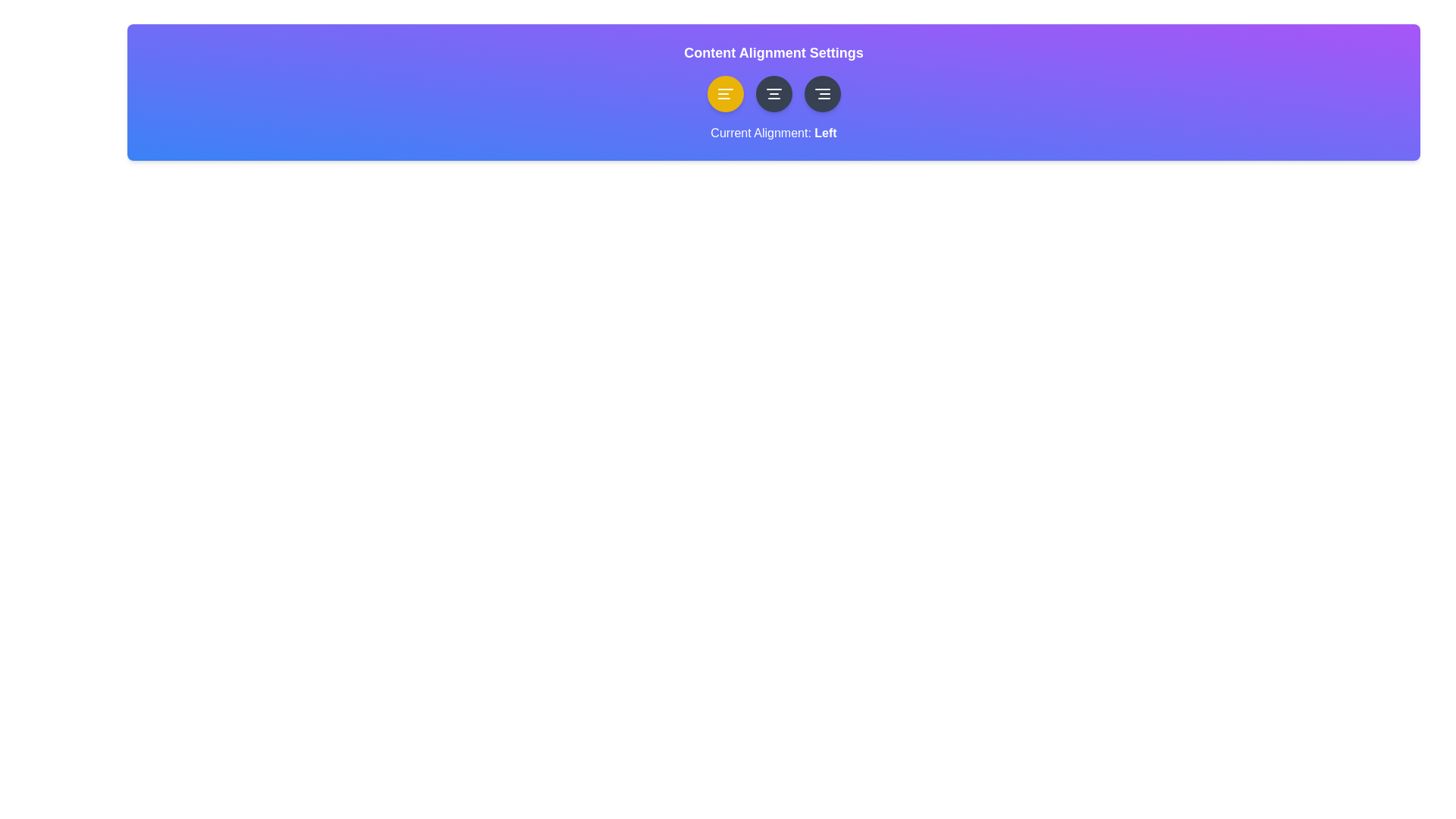  I want to click on the button corresponding to left, so click(724, 93).